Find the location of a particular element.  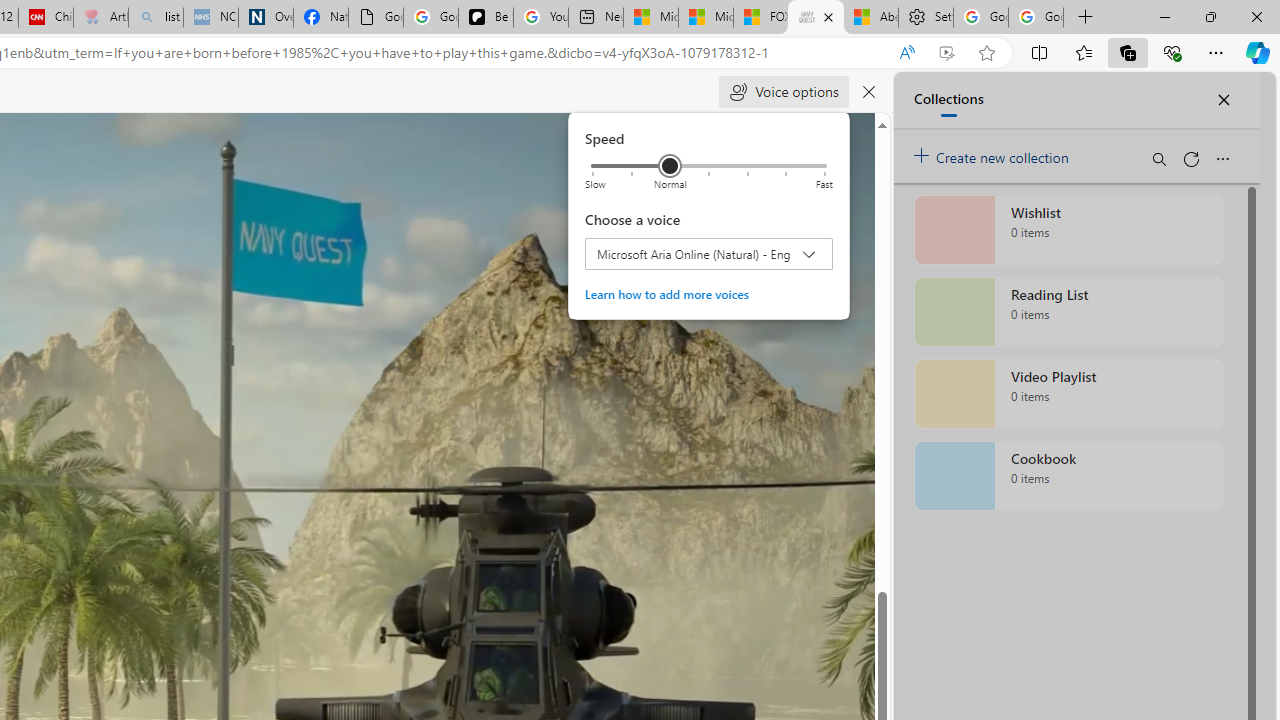

'Arthritis: Ask Health Professionals - Sleeping' is located at coordinates (100, 17).